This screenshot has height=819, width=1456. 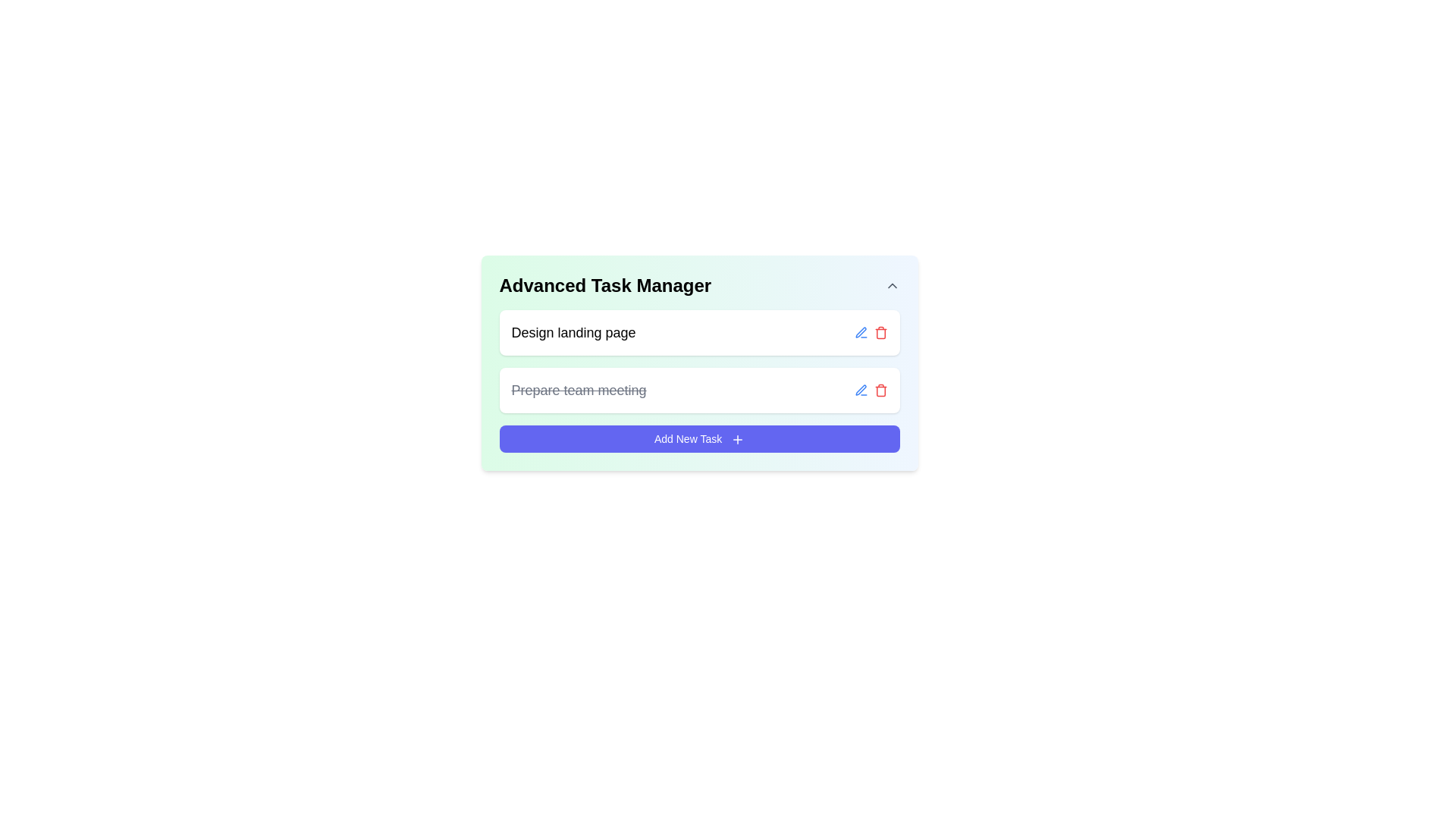 What do you see at coordinates (861, 390) in the screenshot?
I see `the first Icon button used for editing the task name 'Design landing page' in the Advanced Task Manager layout` at bounding box center [861, 390].